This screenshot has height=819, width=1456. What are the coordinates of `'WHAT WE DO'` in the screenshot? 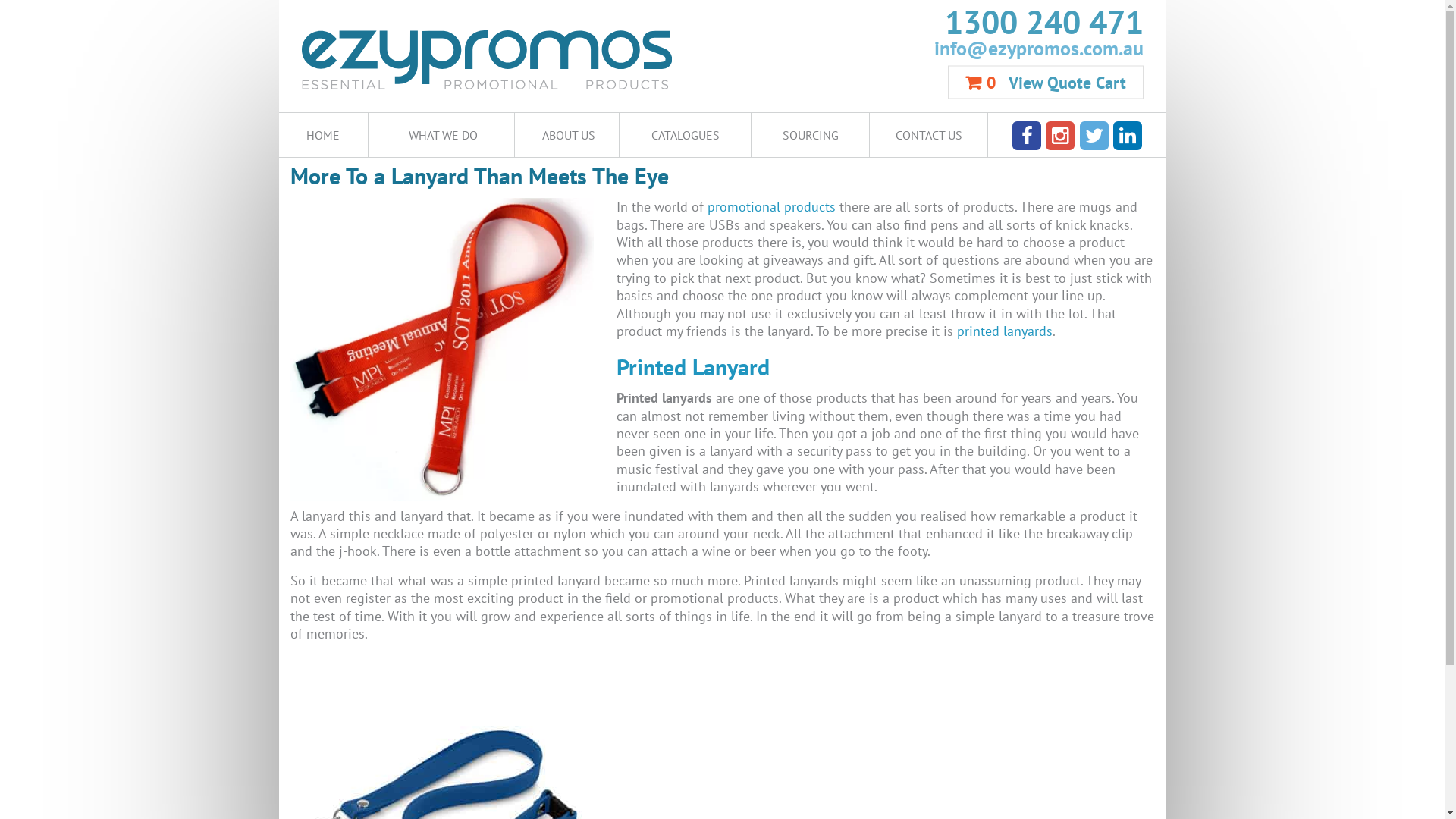 It's located at (440, 133).